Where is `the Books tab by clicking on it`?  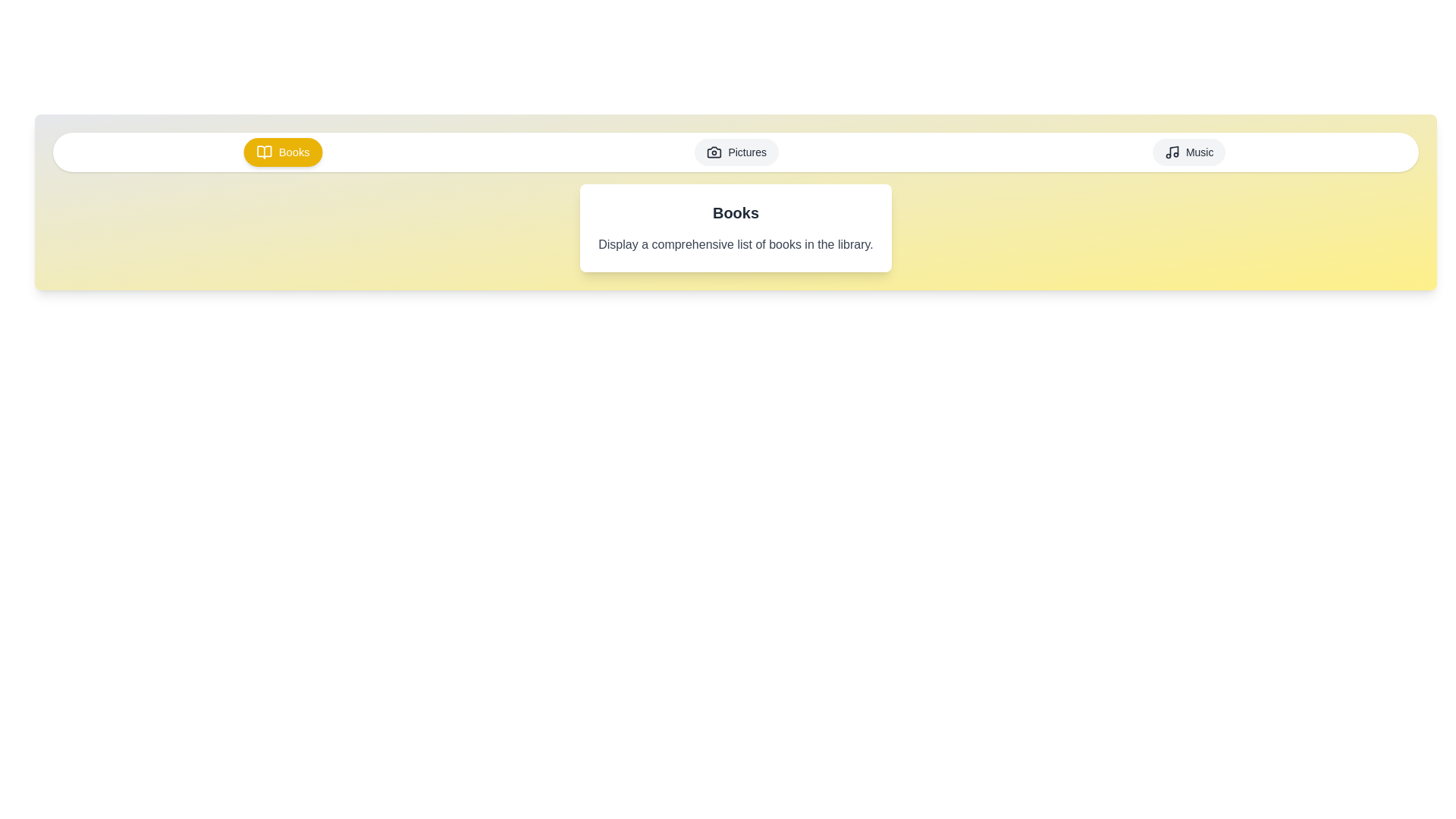 the Books tab by clicking on it is located at coordinates (284, 152).